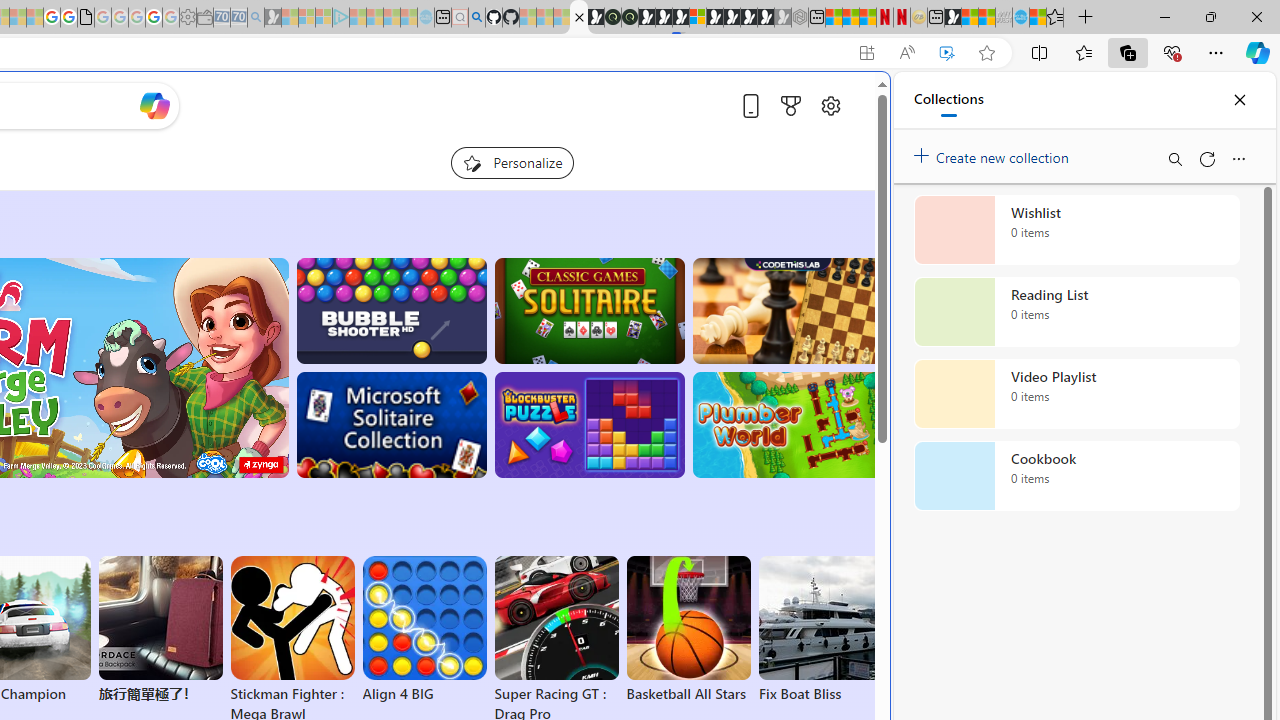 The width and height of the screenshot is (1280, 720). What do you see at coordinates (1076, 312) in the screenshot?
I see `'Reading List collection, 0 items'` at bounding box center [1076, 312].